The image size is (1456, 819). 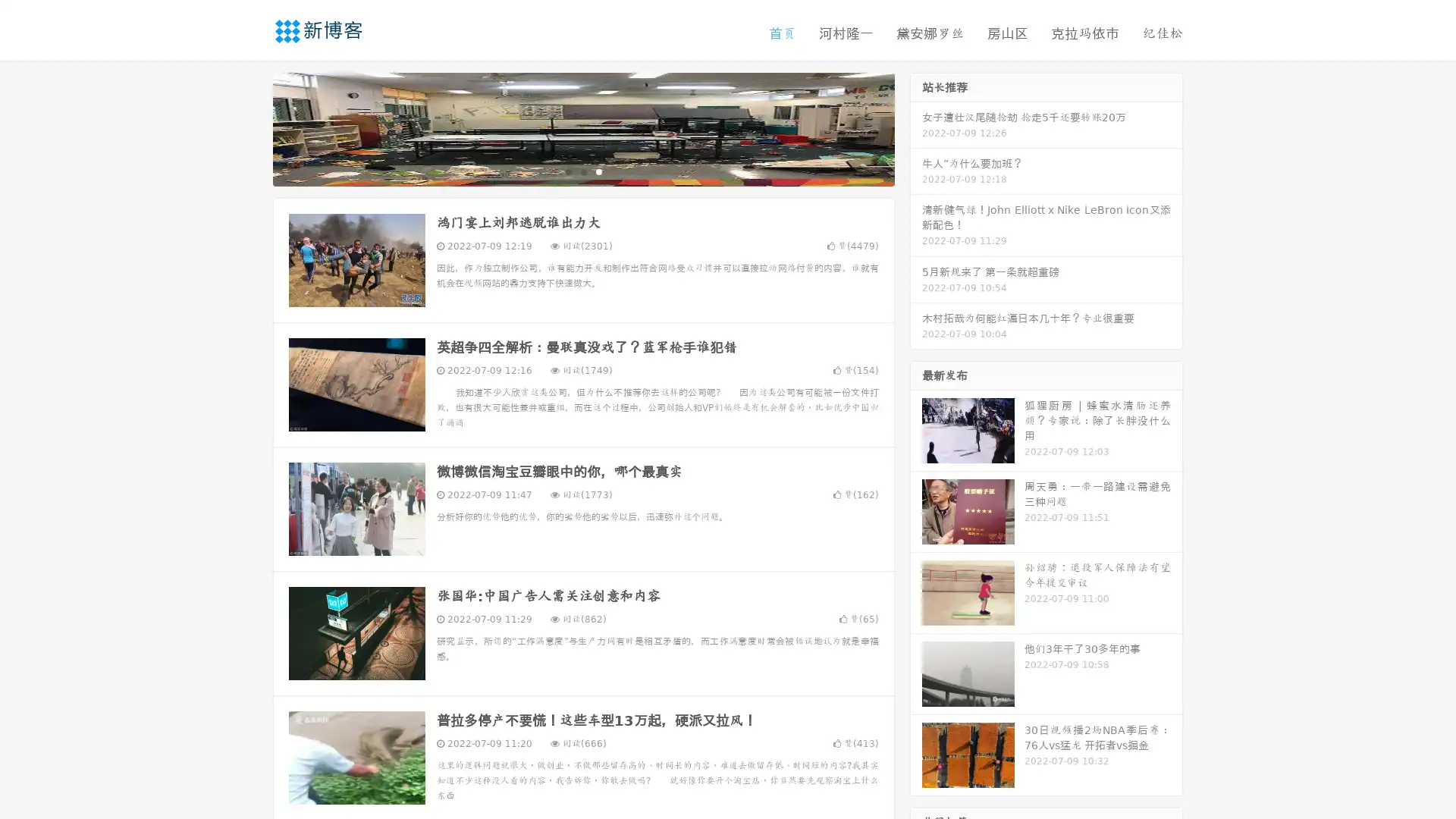 I want to click on Next slide, so click(x=916, y=127).